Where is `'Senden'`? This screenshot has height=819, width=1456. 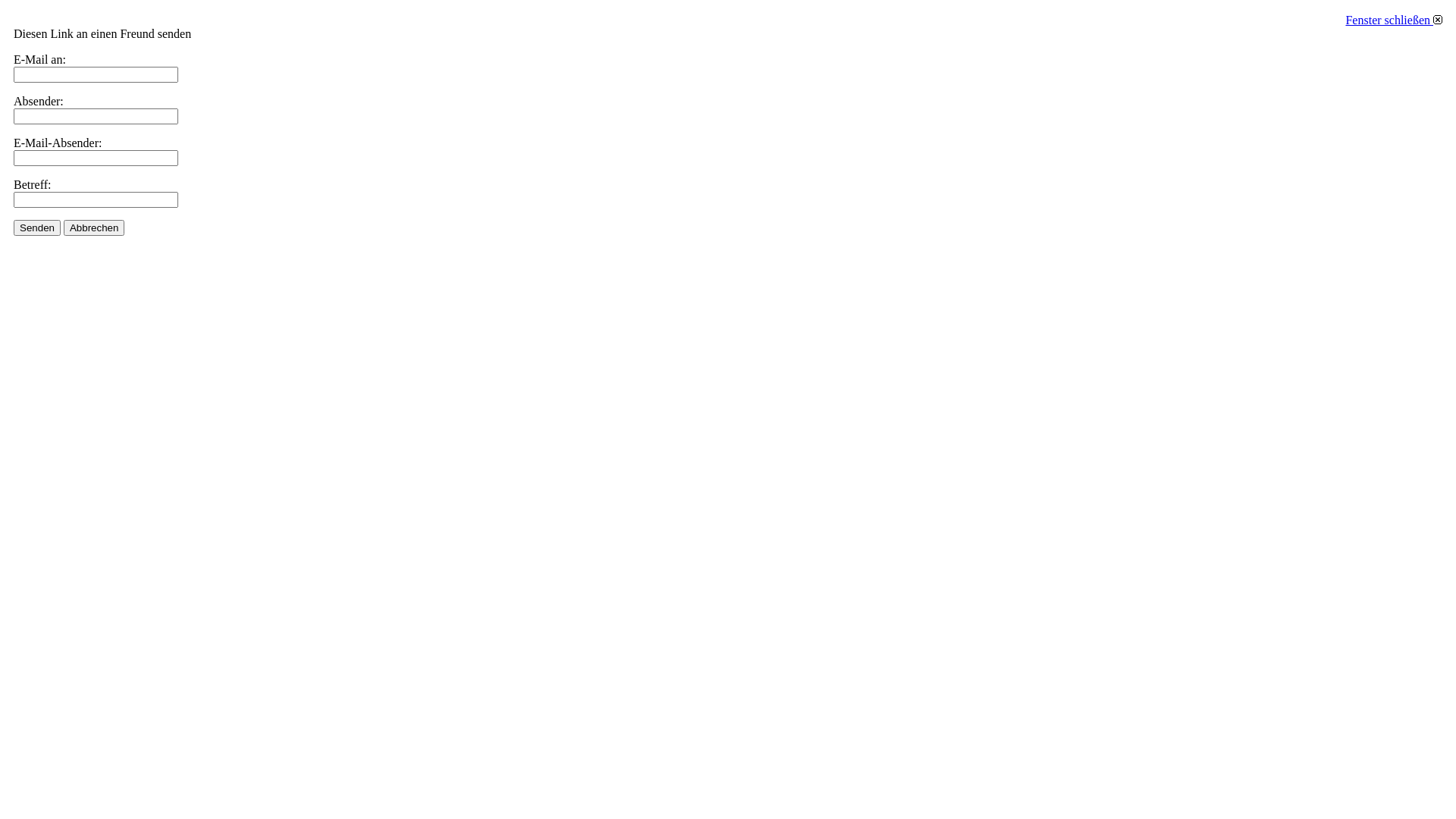
'Senden' is located at coordinates (36, 227).